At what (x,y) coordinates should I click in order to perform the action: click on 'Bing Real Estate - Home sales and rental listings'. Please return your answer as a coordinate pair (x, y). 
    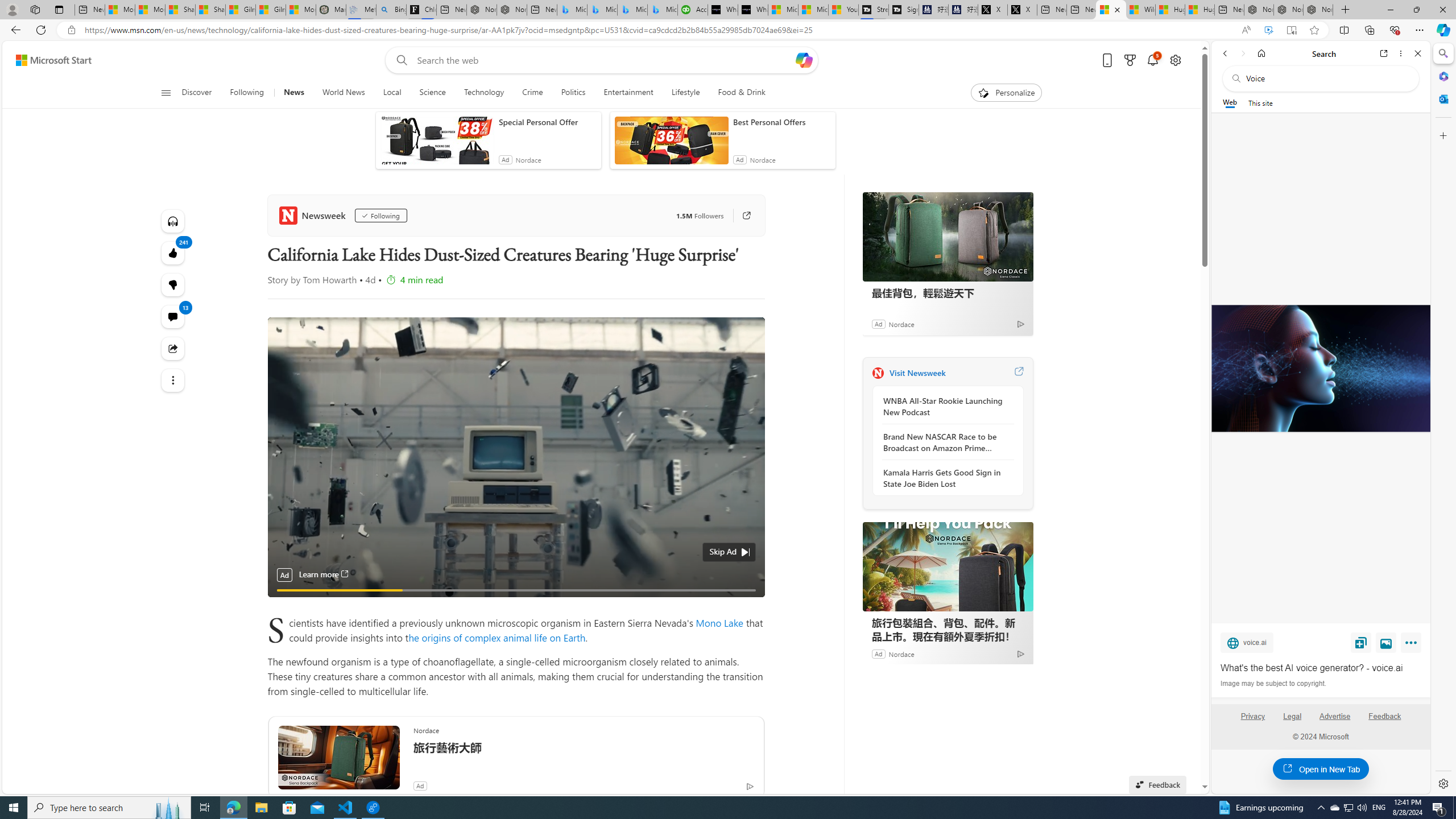
    Looking at the image, I should click on (390, 9).